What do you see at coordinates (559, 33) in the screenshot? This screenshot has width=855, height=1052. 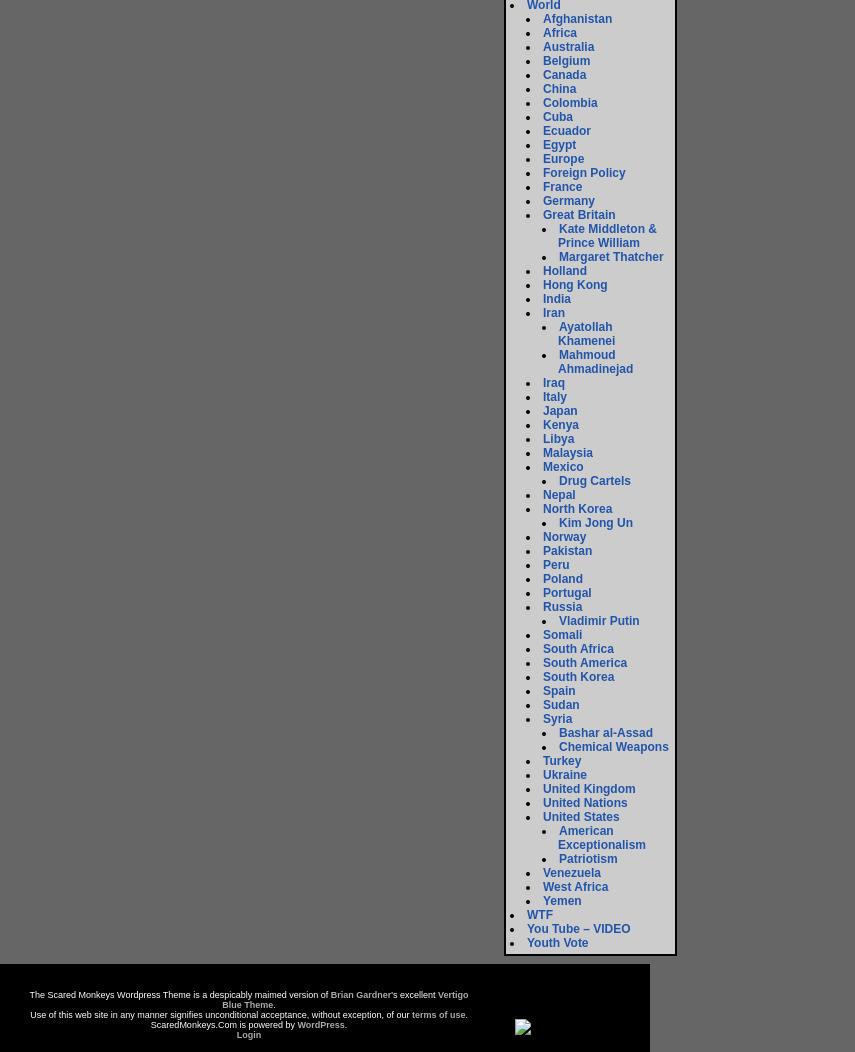 I see `'Africa'` at bounding box center [559, 33].